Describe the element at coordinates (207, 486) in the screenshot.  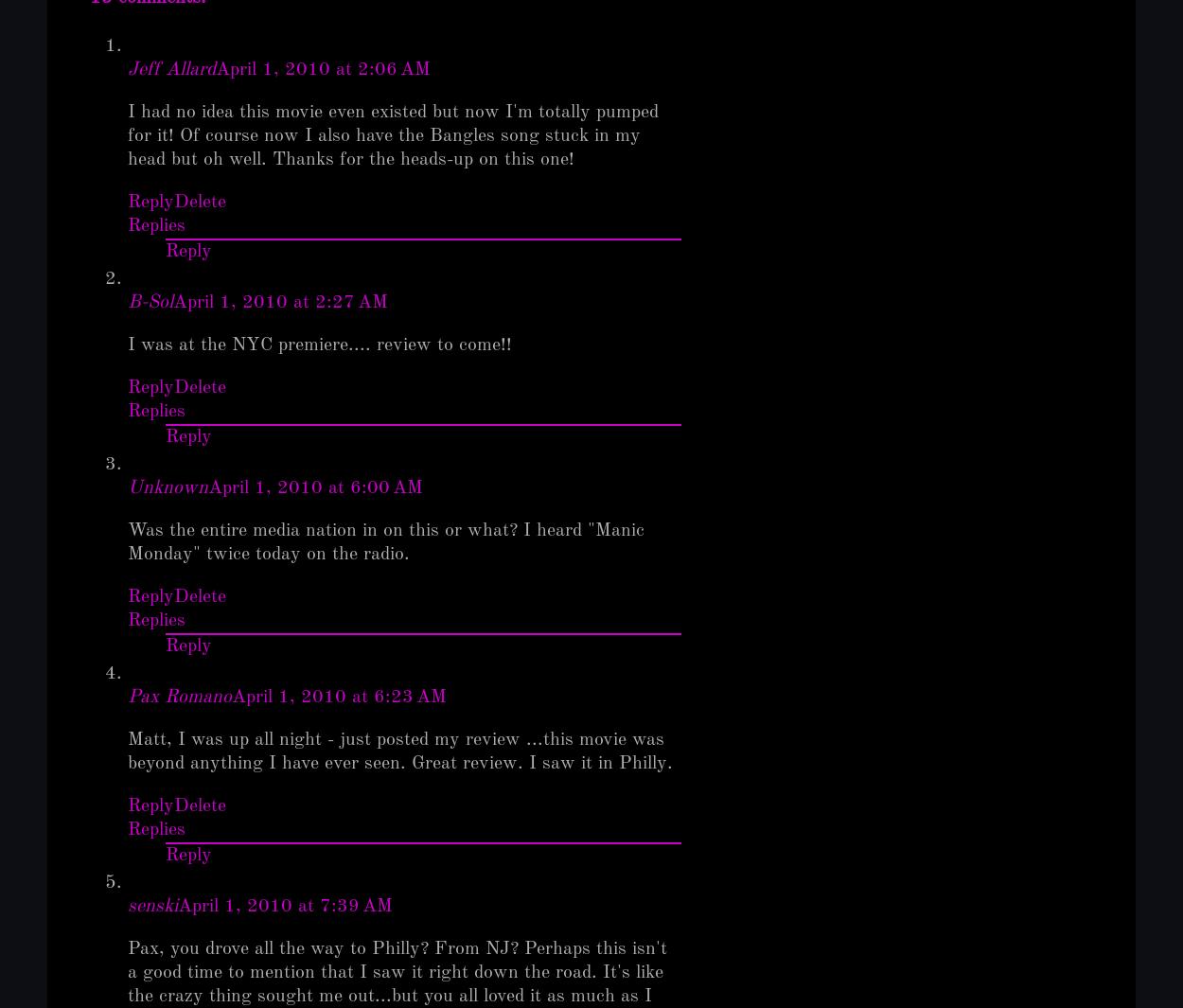
I see `'April 1, 2010 at 6:00 AM'` at that location.